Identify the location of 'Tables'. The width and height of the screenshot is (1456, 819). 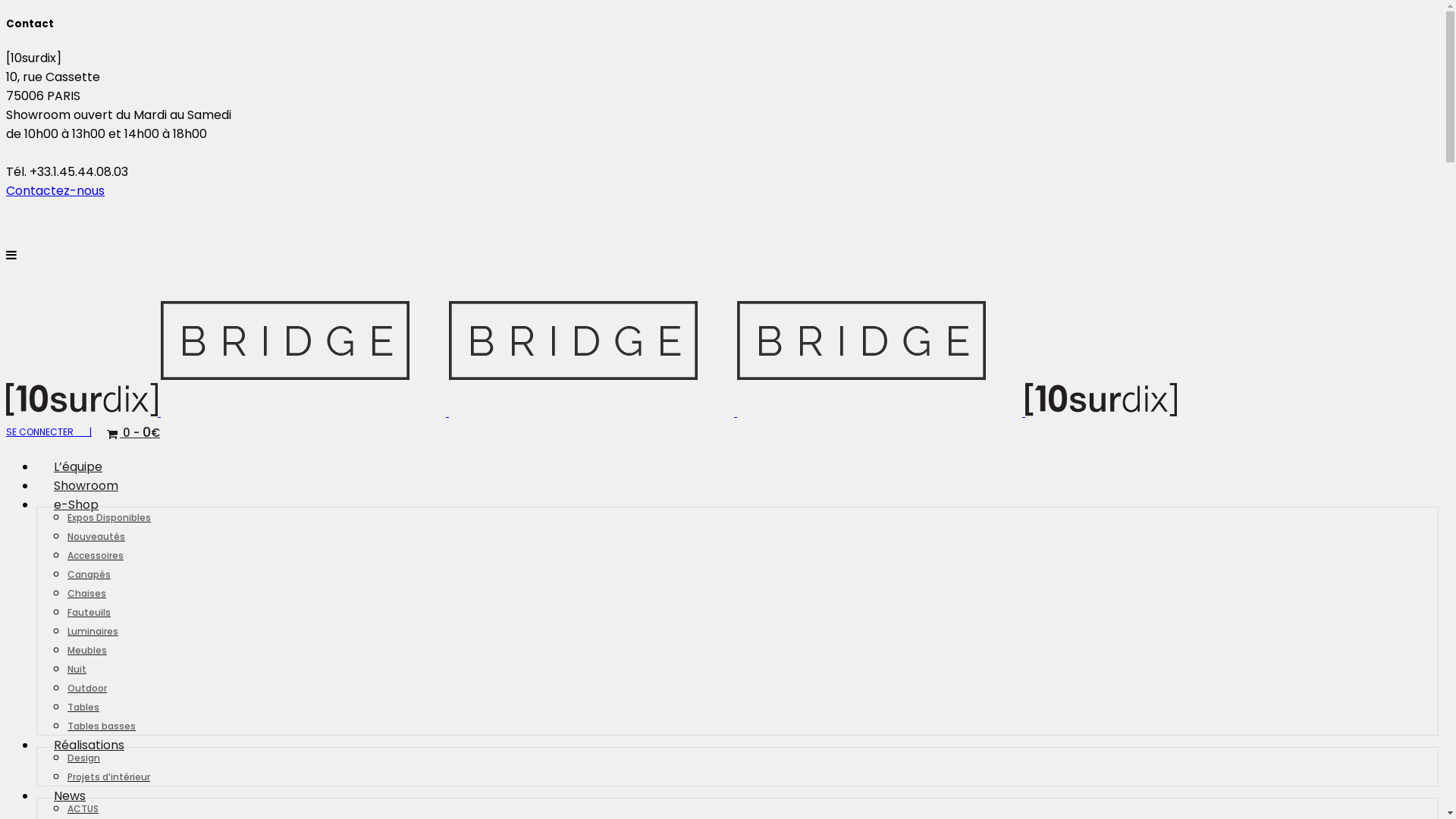
(83, 706).